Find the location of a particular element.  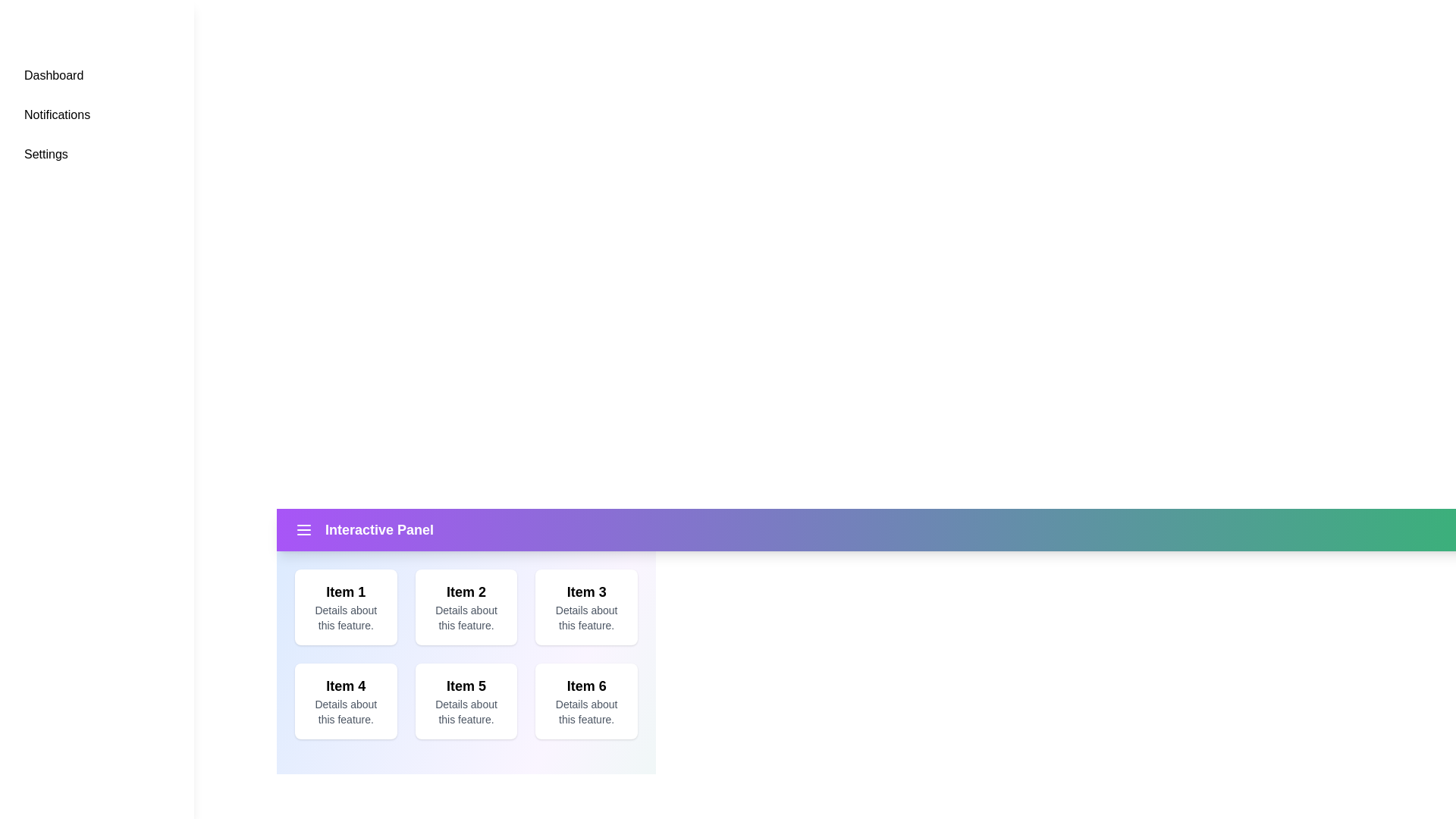

the text label displaying 'Item 4' which is a prominent heading in a bold, black font located in the second row and first column of a grid layout is located at coordinates (345, 686).